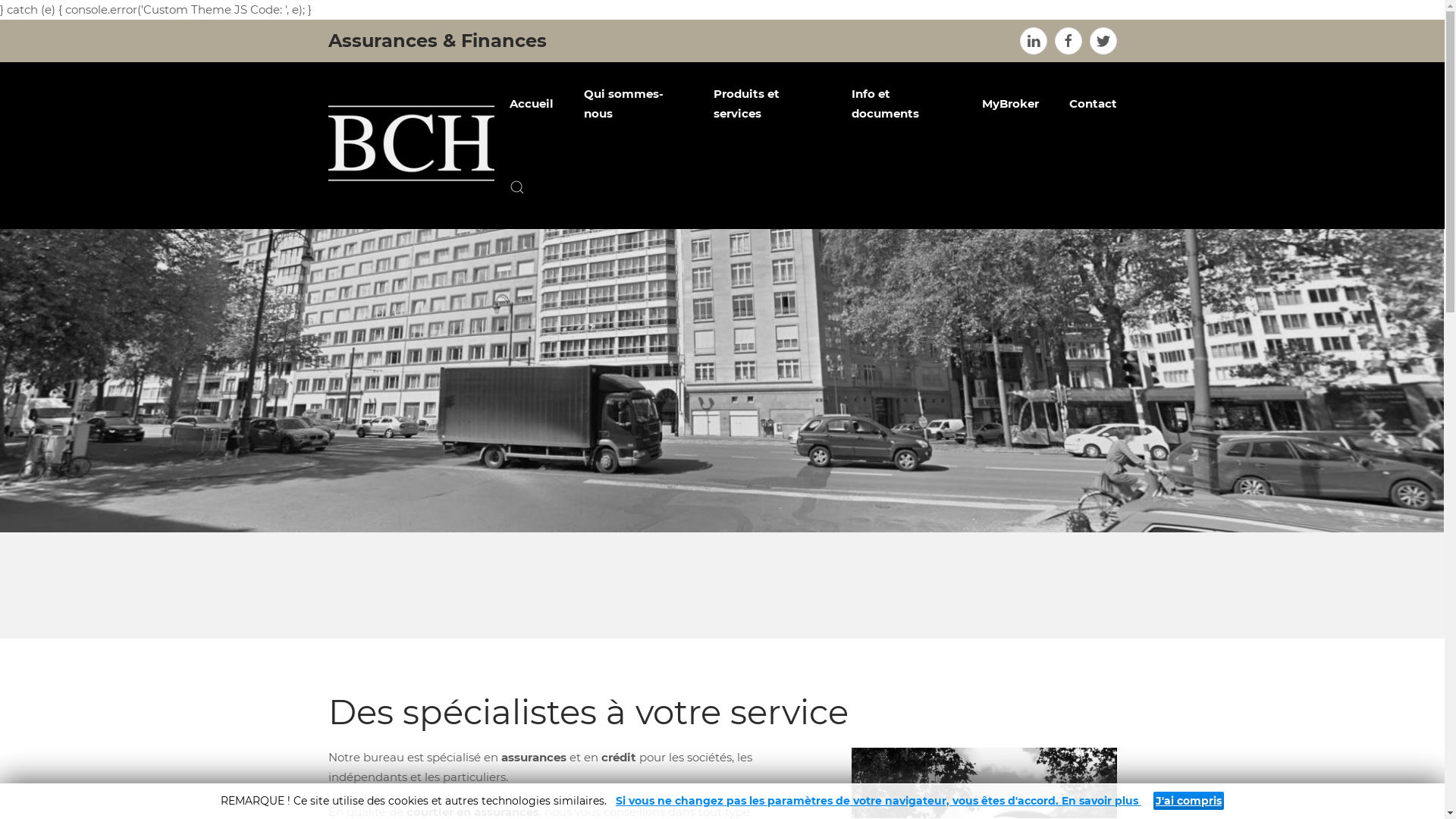  What do you see at coordinates (1053, 103) in the screenshot?
I see `'Contact'` at bounding box center [1053, 103].